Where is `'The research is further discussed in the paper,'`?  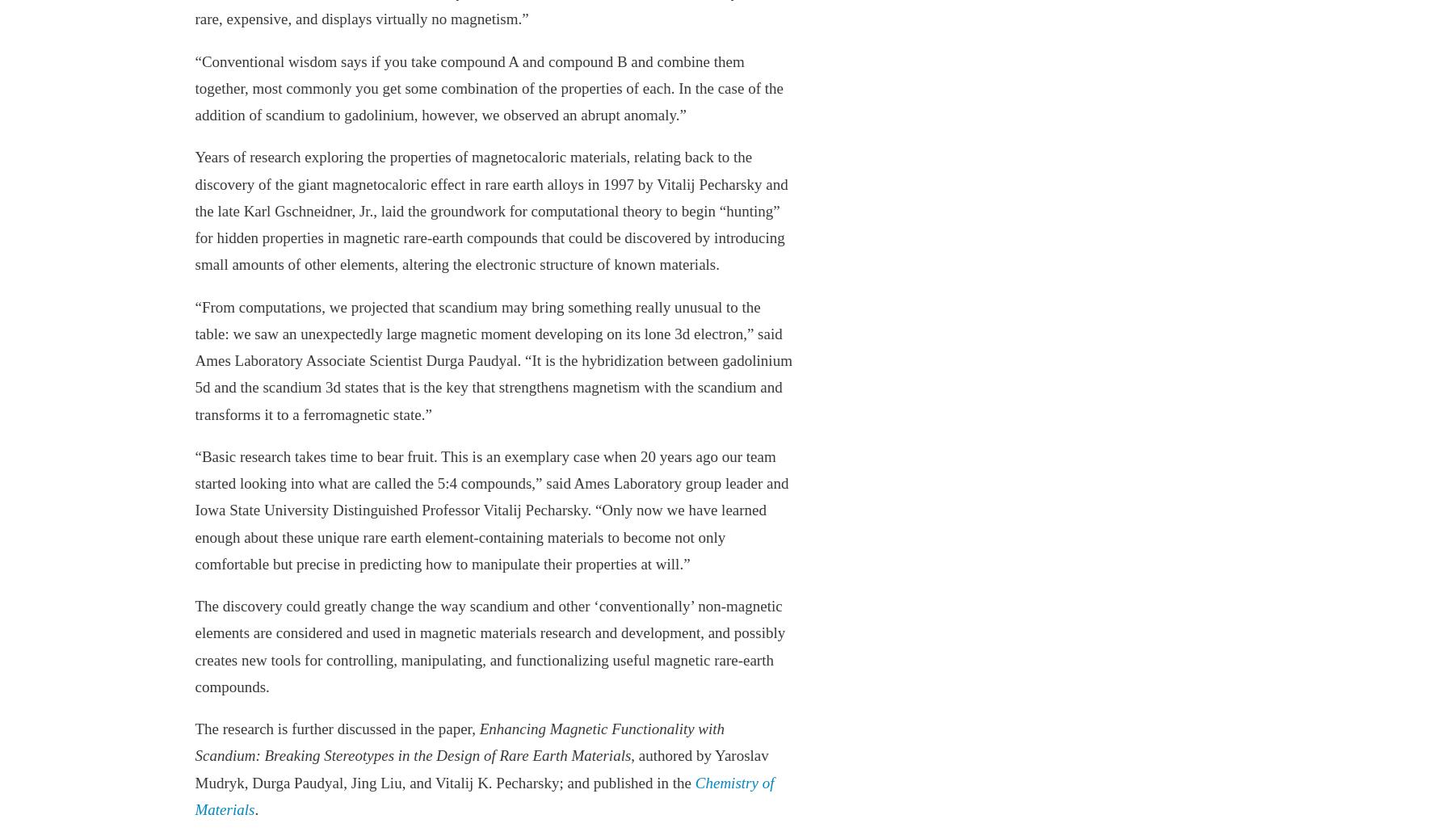
'The research is further discussed in the paper,' is located at coordinates (337, 728).